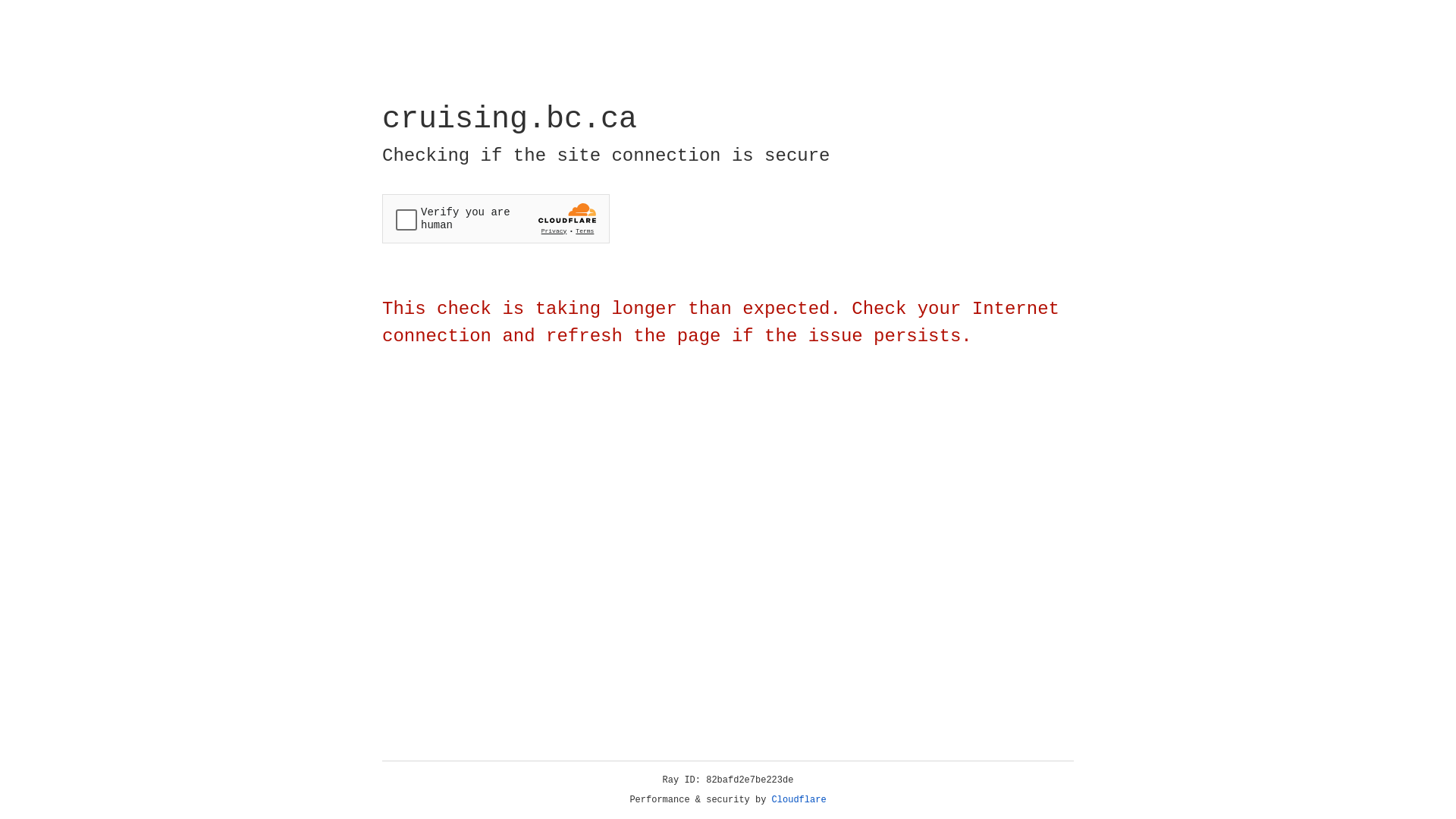 The image size is (1456, 819). Describe the element at coordinates (799, 799) in the screenshot. I see `'Cloudflare'` at that location.